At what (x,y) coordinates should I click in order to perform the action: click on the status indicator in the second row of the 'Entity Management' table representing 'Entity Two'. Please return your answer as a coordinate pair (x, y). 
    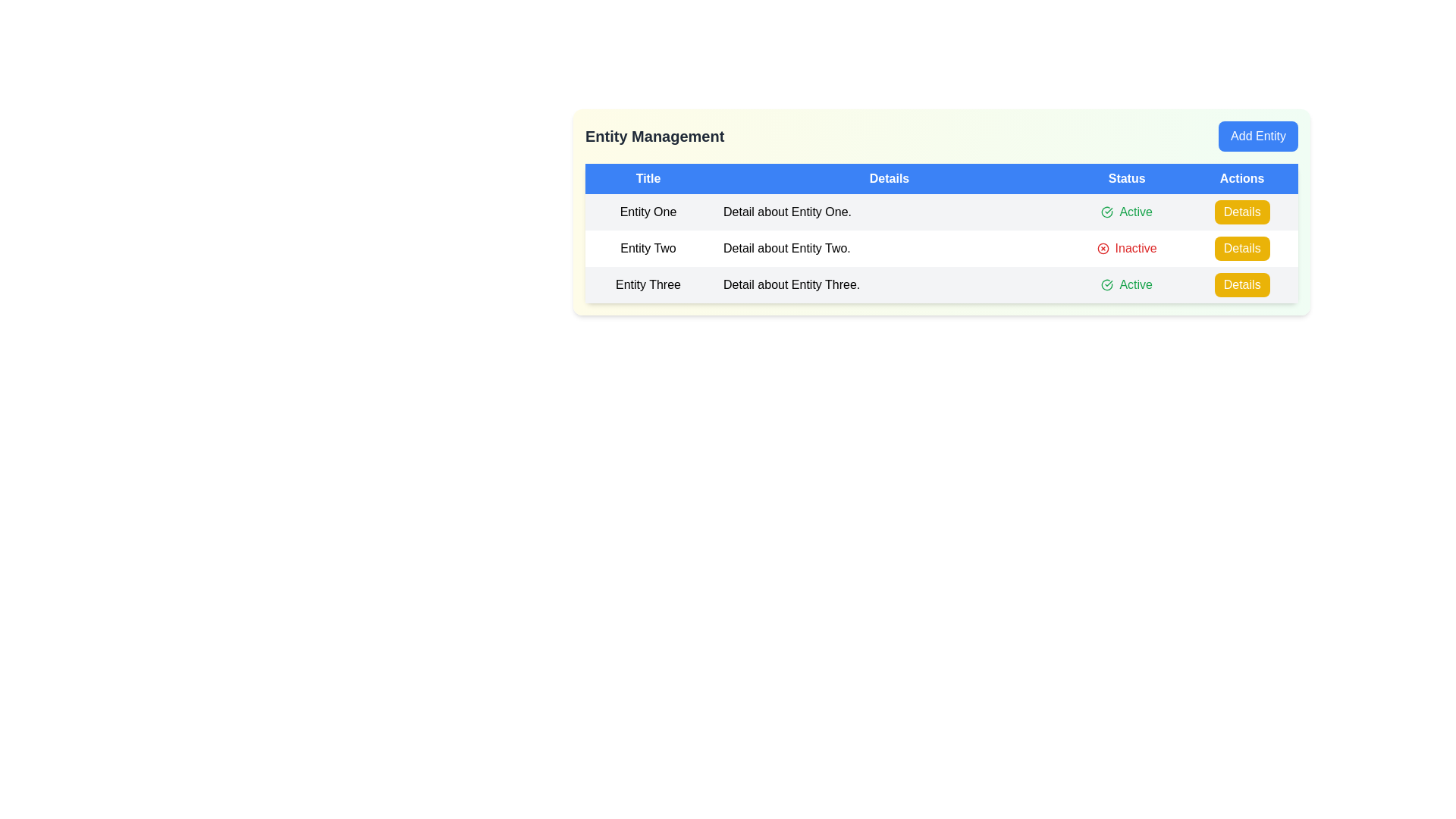
    Looking at the image, I should click on (941, 247).